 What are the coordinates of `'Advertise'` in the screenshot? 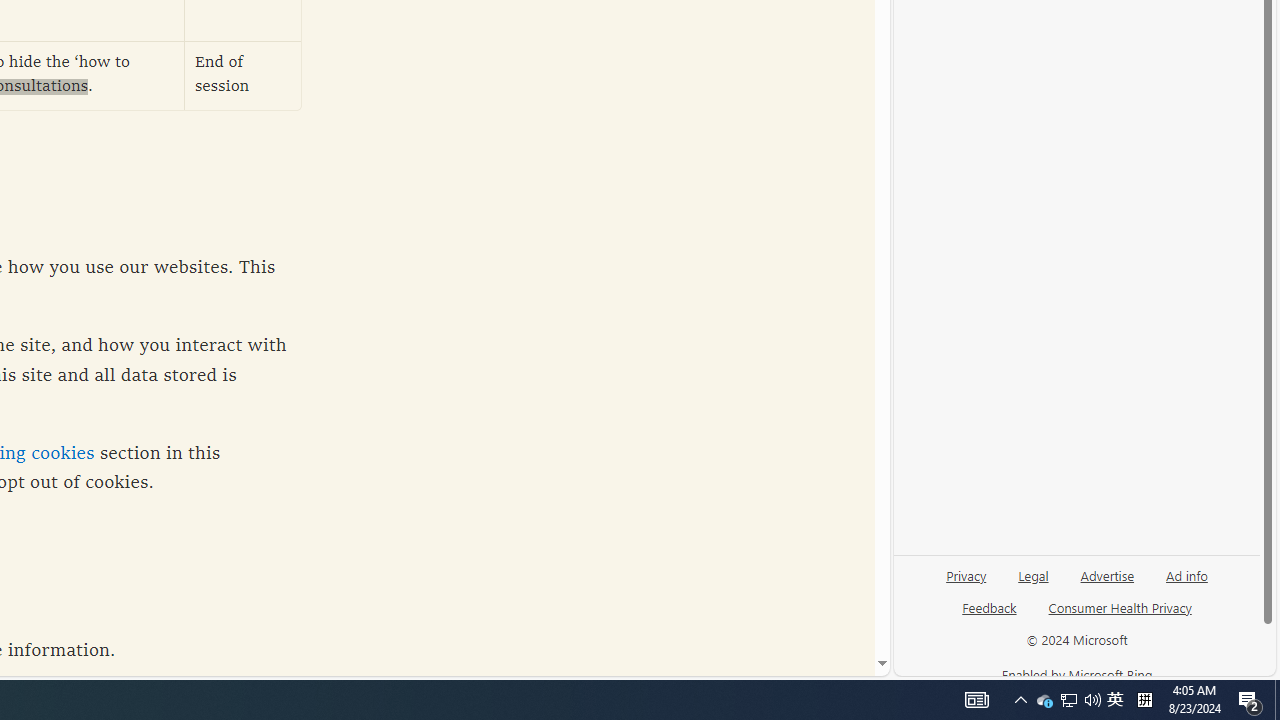 It's located at (1106, 583).